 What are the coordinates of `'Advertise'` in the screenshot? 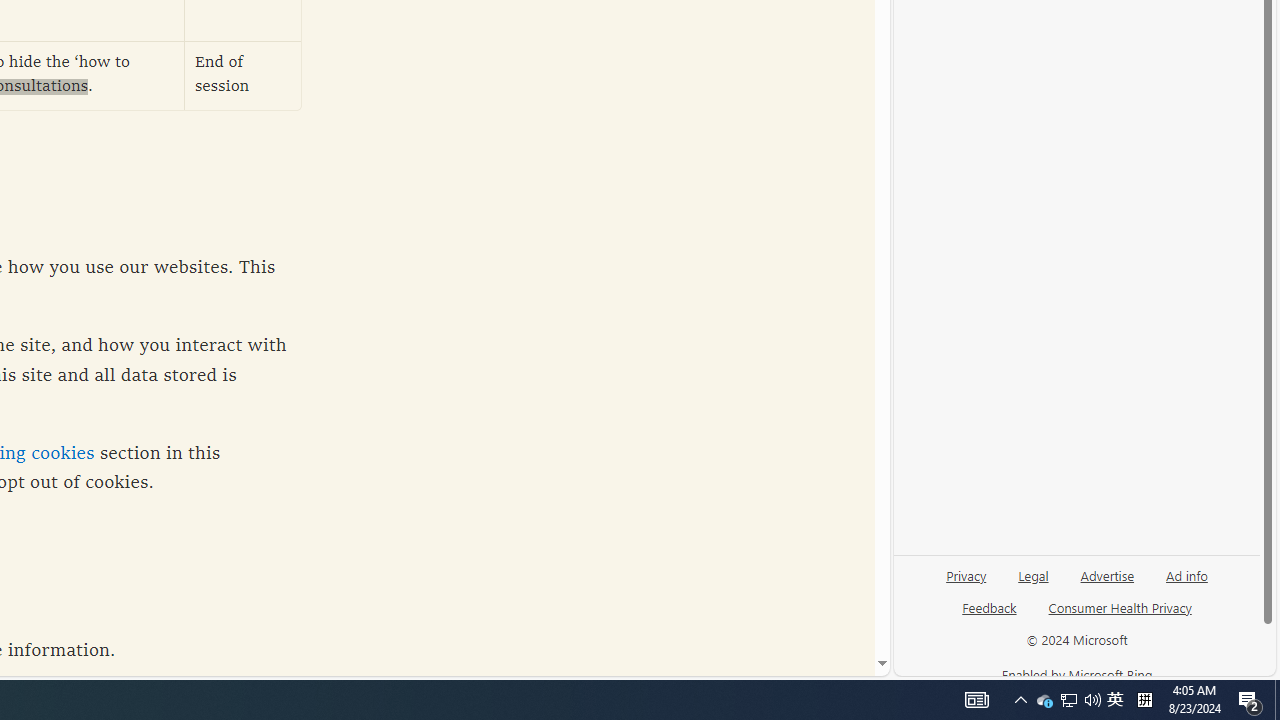 It's located at (1106, 583).